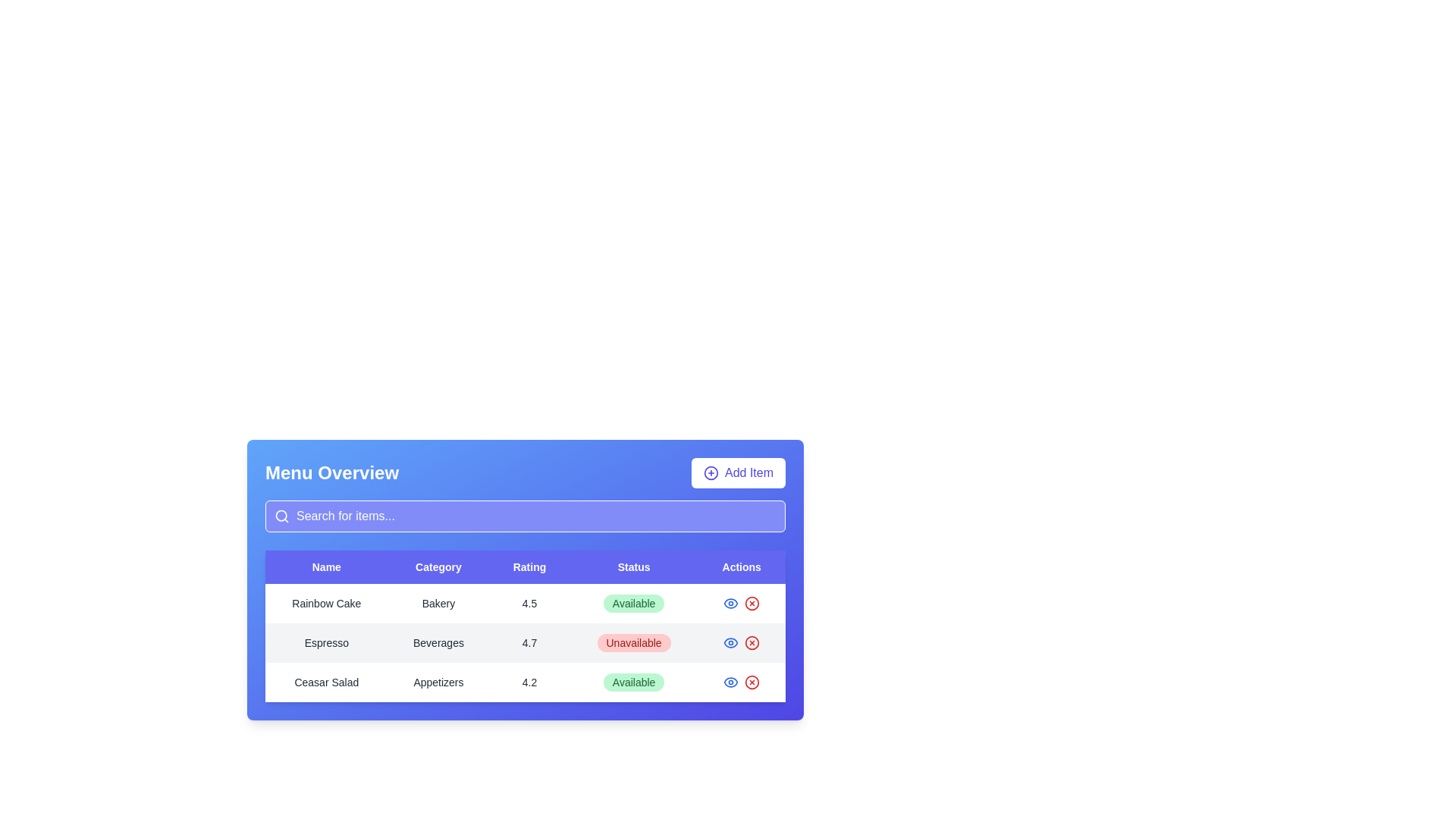 The image size is (1456, 819). What do you see at coordinates (634, 567) in the screenshot?
I see `the 'Status' column header in the table to initiate sorting of the items based on their status` at bounding box center [634, 567].